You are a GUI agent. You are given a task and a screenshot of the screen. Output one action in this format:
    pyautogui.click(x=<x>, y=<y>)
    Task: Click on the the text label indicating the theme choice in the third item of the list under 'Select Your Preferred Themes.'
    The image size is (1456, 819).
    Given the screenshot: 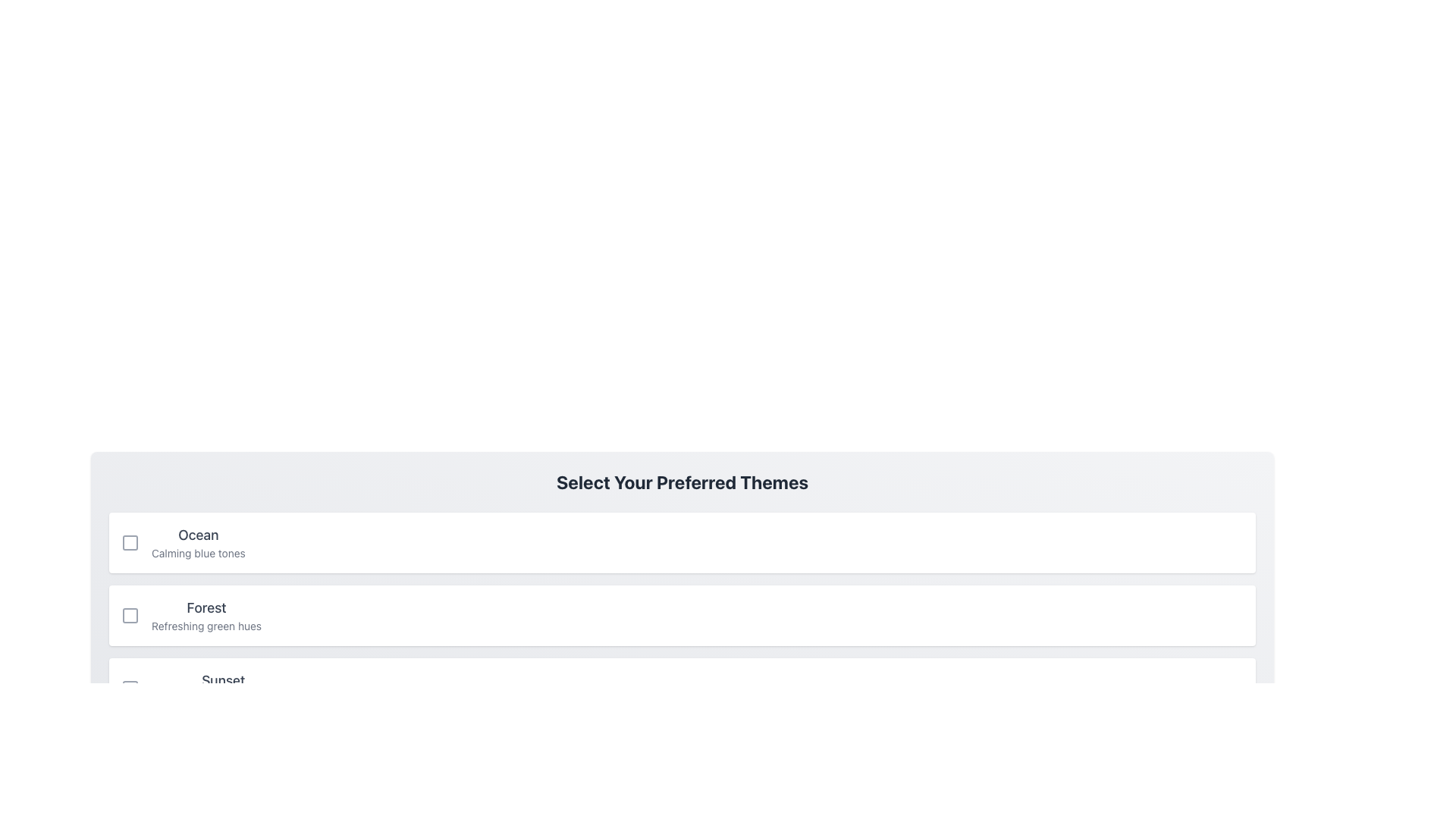 What is the action you would take?
    pyautogui.click(x=222, y=680)
    